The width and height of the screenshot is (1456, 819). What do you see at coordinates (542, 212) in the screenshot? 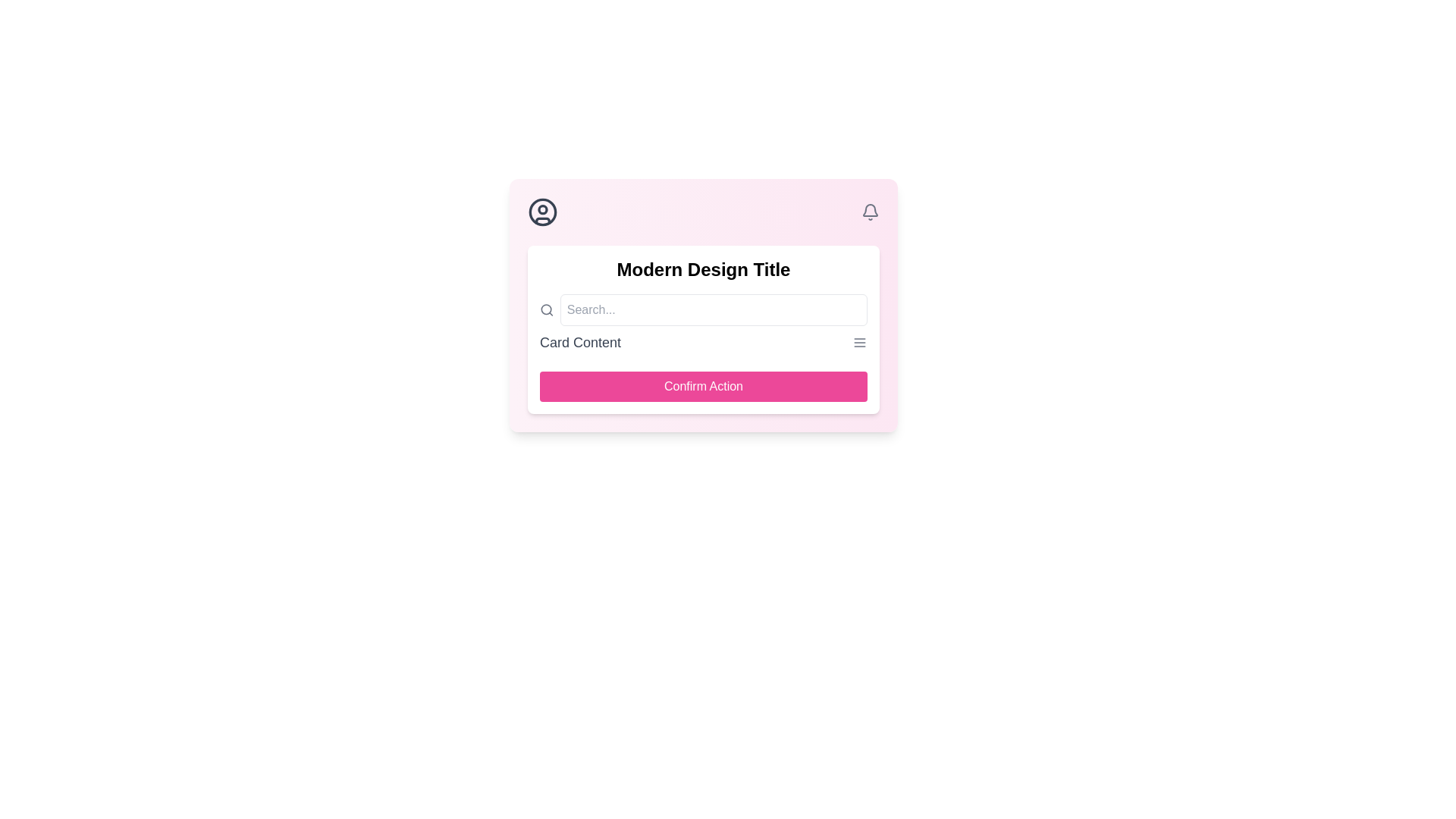
I see `the decorative graphical element (circle) located in the top-left corner of the user profile icon` at bounding box center [542, 212].